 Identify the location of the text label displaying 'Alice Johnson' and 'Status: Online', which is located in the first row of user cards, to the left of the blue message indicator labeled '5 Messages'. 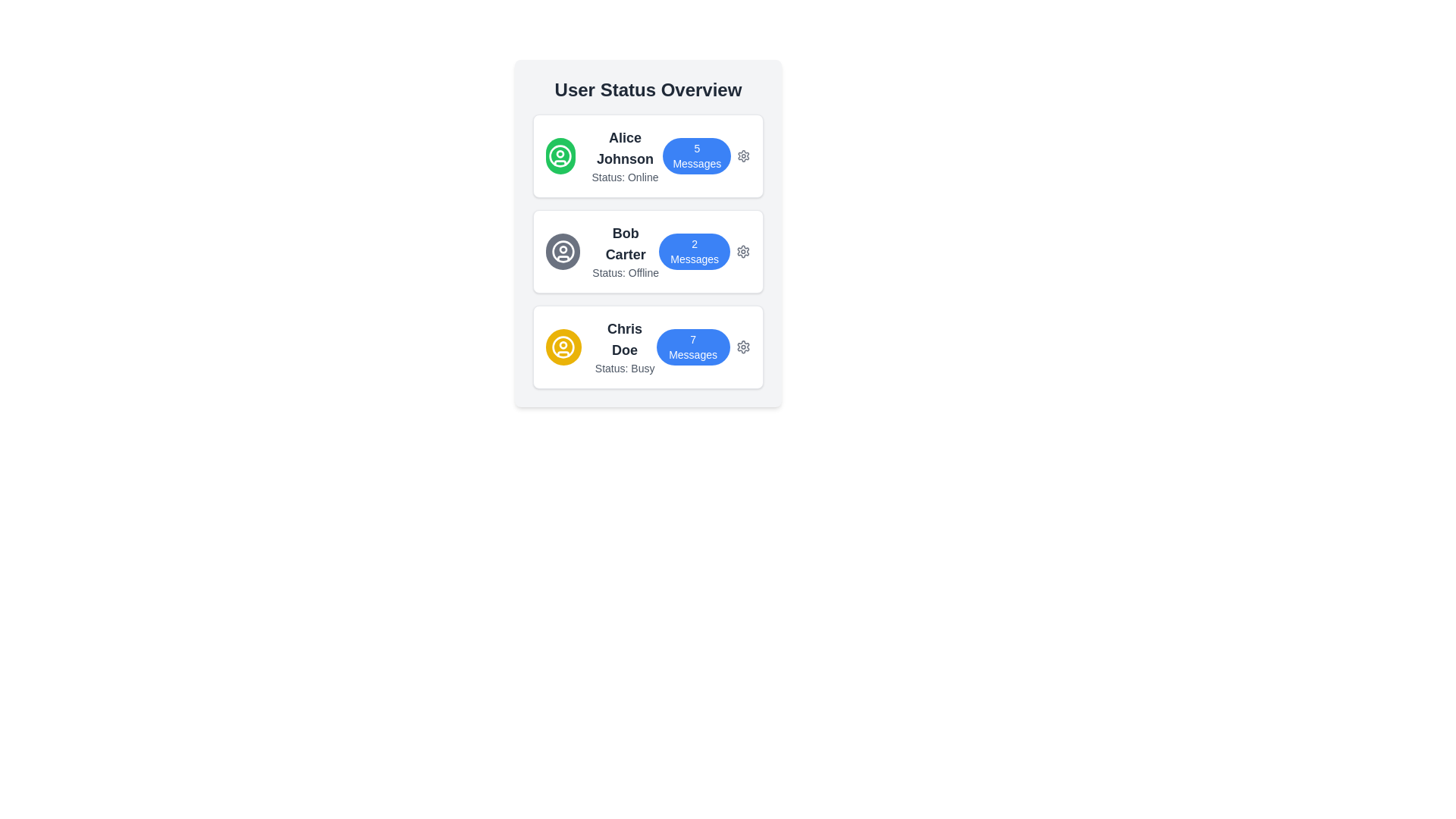
(604, 155).